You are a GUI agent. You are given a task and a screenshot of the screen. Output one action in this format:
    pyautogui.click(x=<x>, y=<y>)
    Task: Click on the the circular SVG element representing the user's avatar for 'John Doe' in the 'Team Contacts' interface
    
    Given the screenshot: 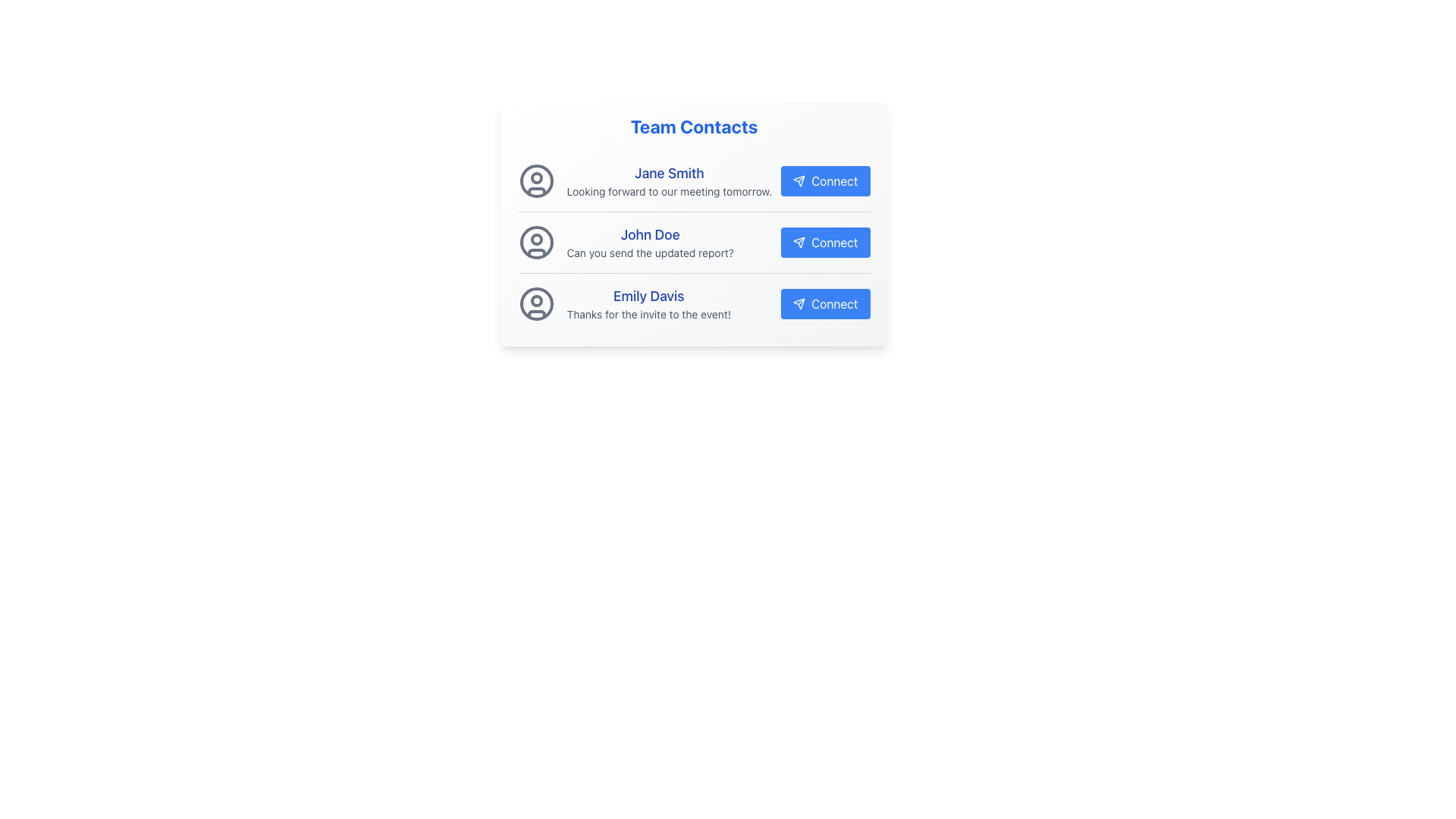 What is the action you would take?
    pyautogui.click(x=536, y=242)
    